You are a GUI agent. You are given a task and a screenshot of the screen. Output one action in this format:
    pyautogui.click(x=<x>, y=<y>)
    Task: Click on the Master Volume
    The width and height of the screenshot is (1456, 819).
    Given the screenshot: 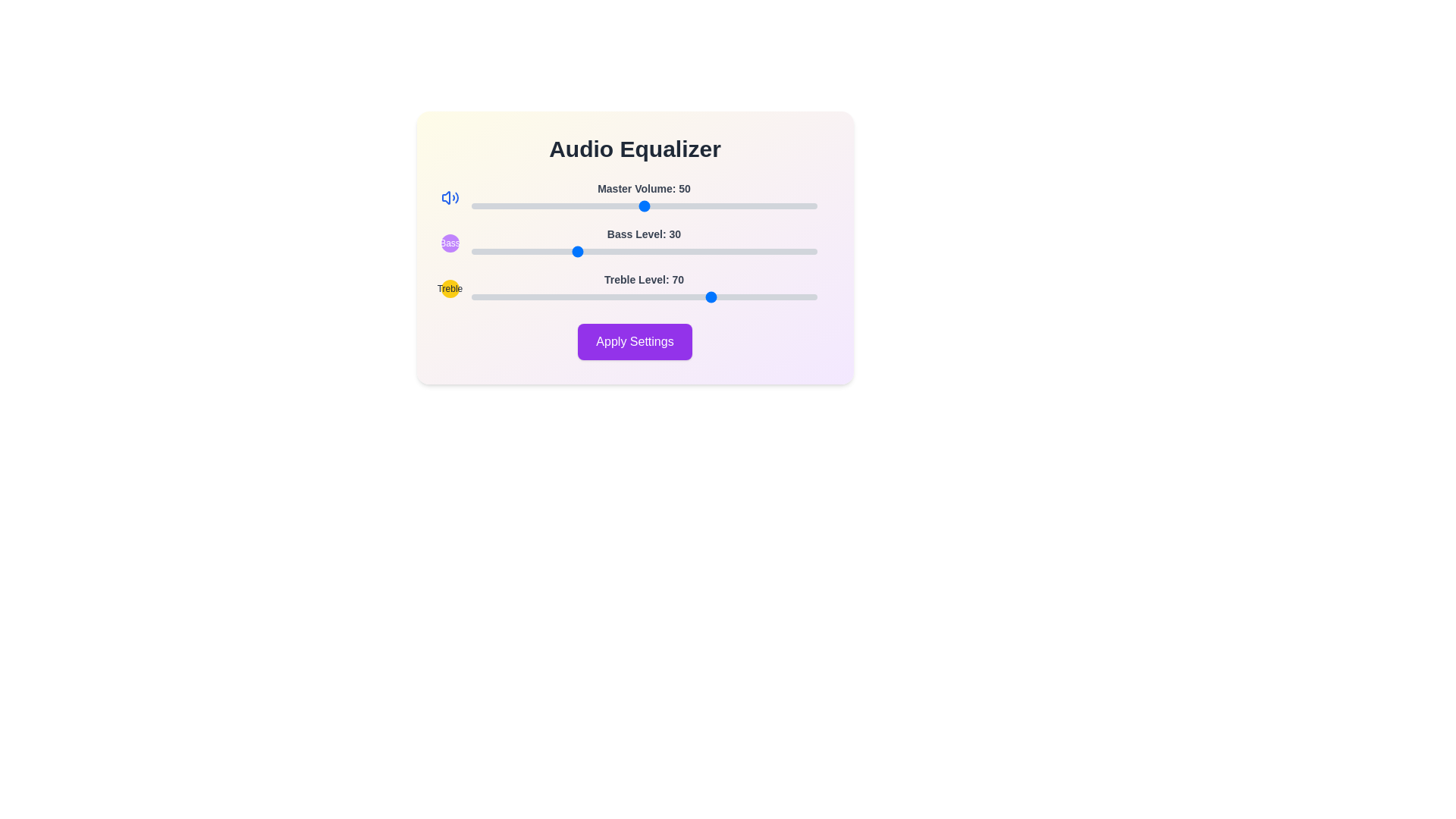 What is the action you would take?
    pyautogui.click(x=567, y=206)
    